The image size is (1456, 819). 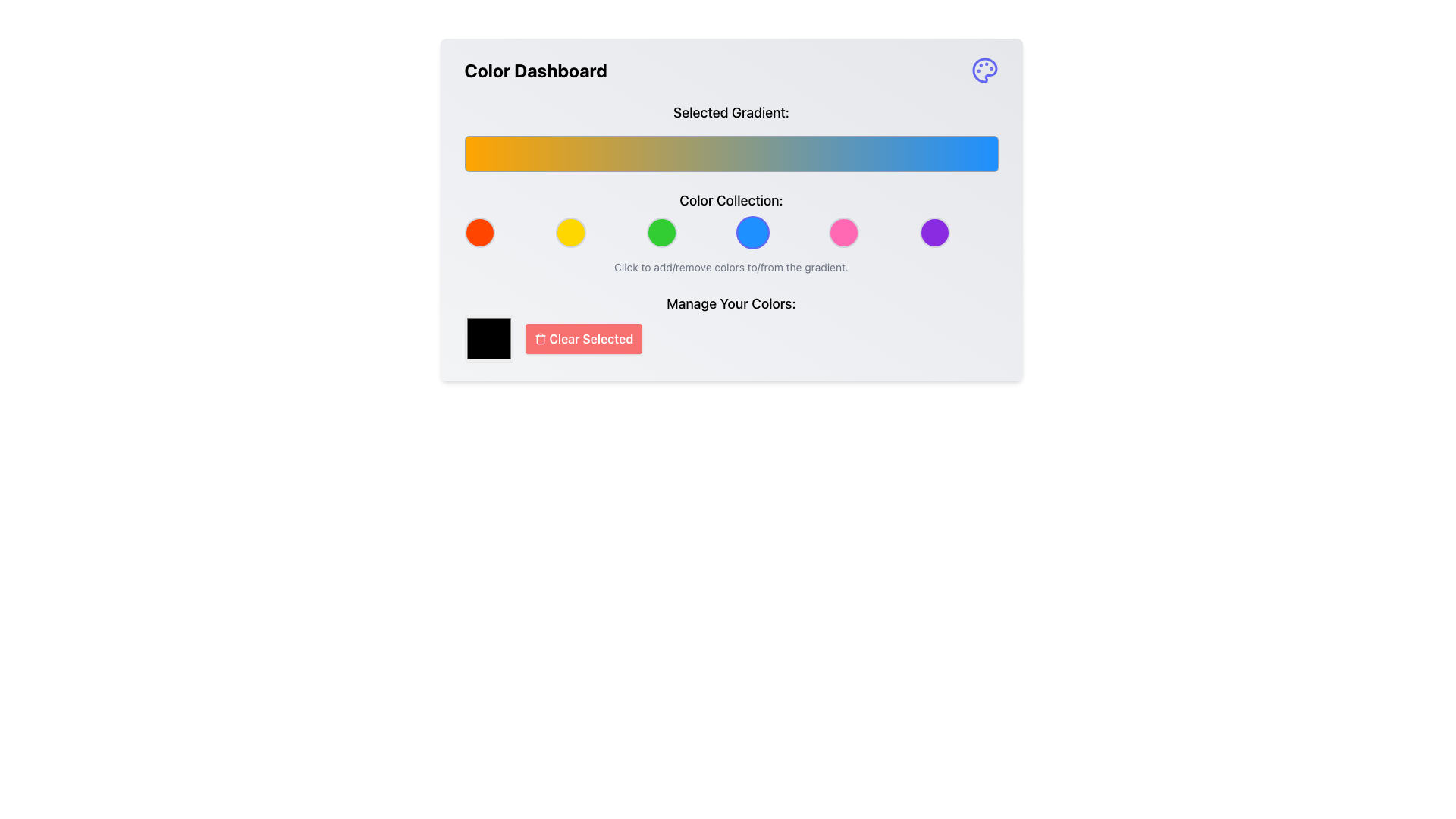 What do you see at coordinates (613, 154) in the screenshot?
I see `the gradient selection` at bounding box center [613, 154].